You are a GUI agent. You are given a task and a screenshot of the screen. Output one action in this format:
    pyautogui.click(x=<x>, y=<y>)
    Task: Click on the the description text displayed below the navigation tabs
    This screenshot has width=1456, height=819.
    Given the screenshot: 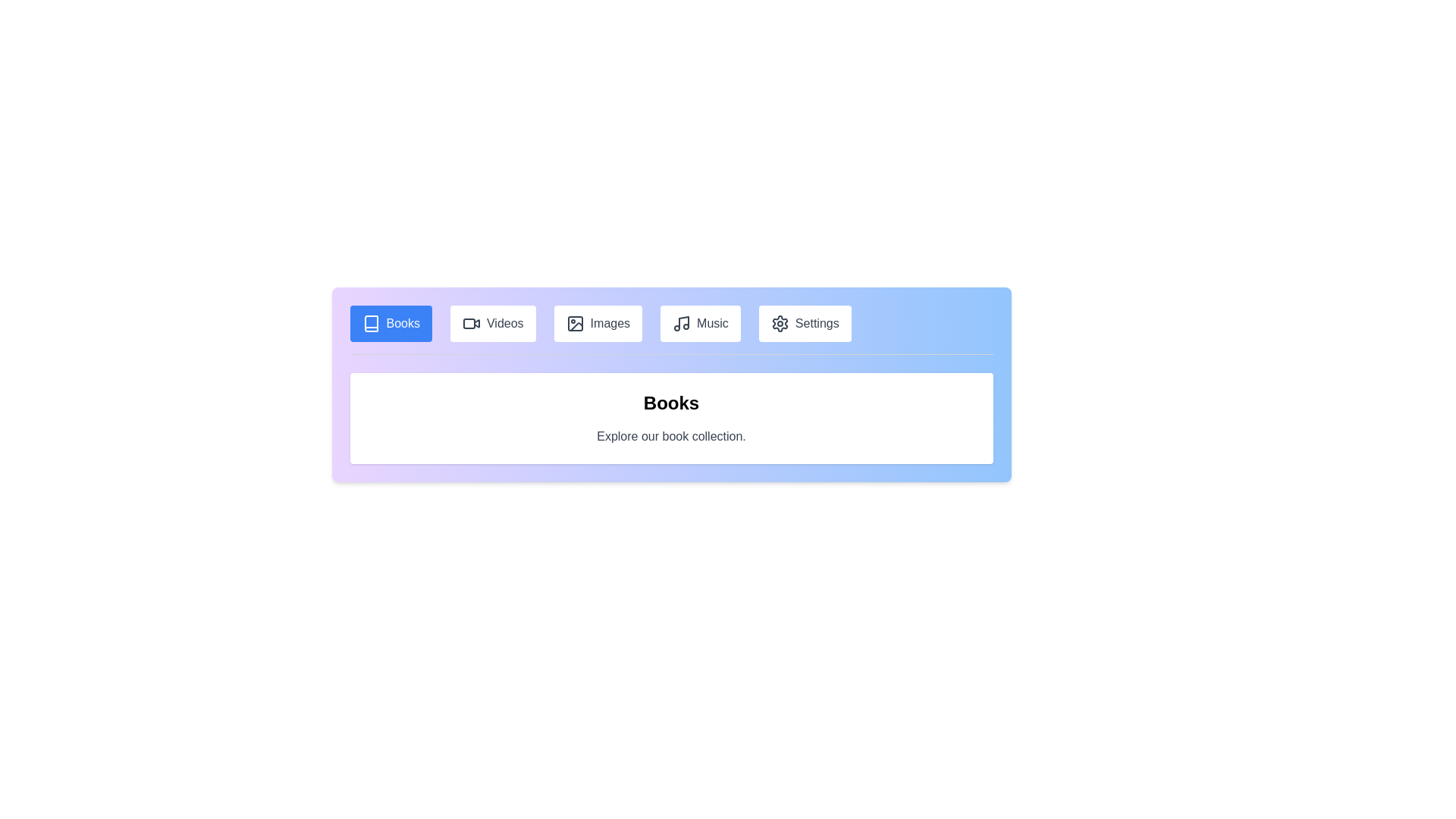 What is the action you would take?
    pyautogui.click(x=670, y=436)
    